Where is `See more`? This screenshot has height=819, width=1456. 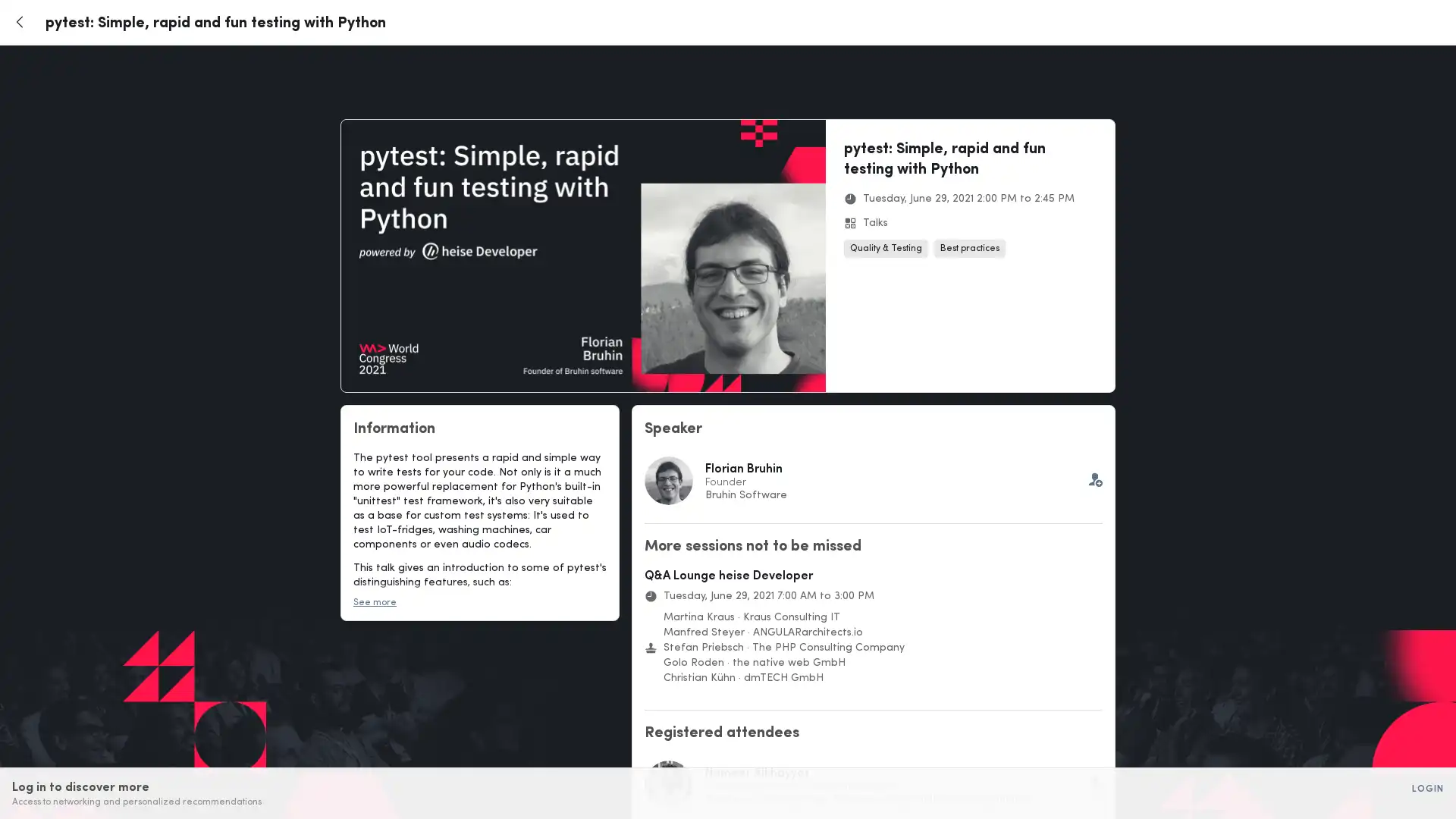
See more is located at coordinates (375, 583).